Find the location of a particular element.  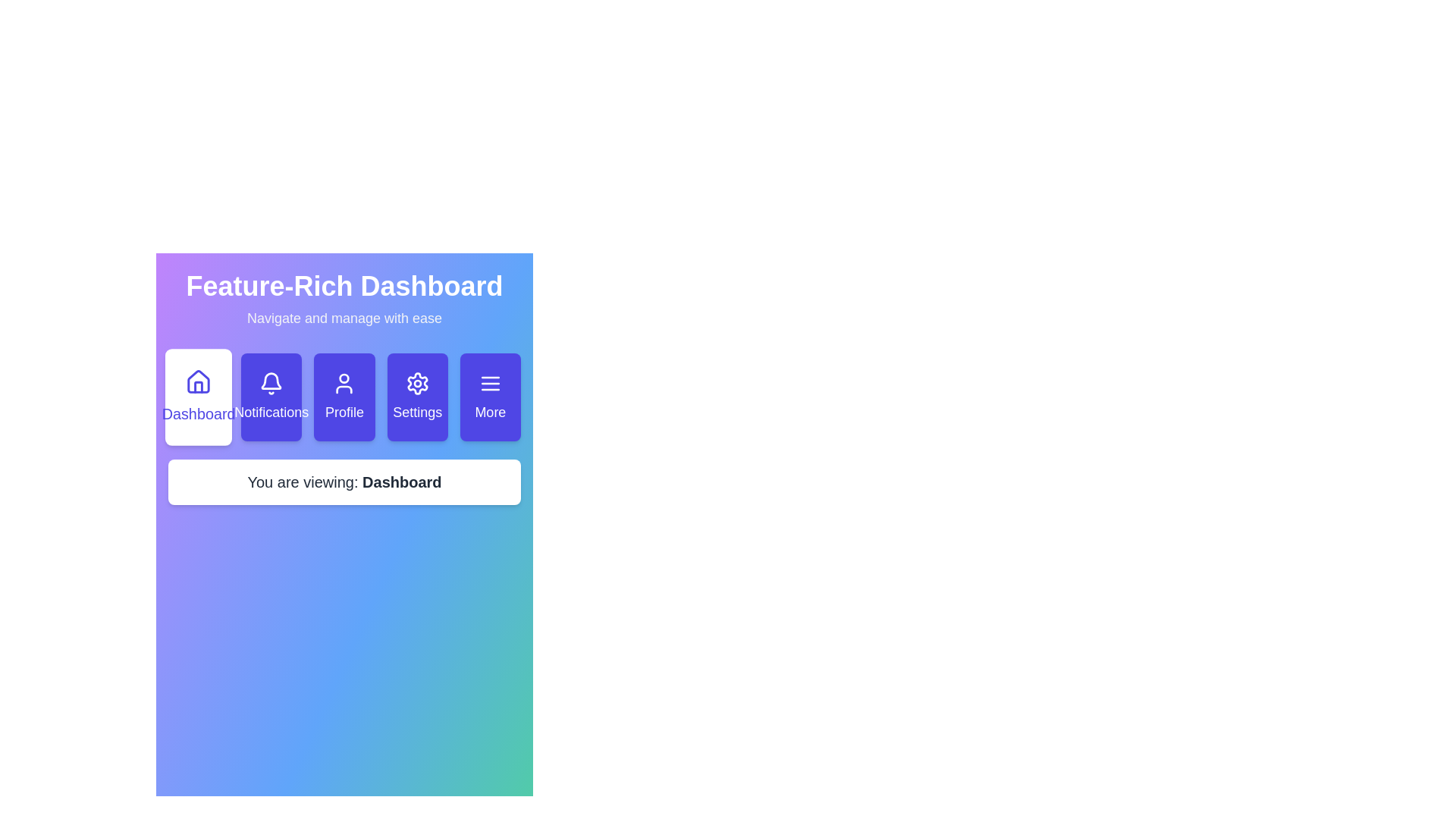

the Home icon in the main navigation bar is located at coordinates (198, 381).